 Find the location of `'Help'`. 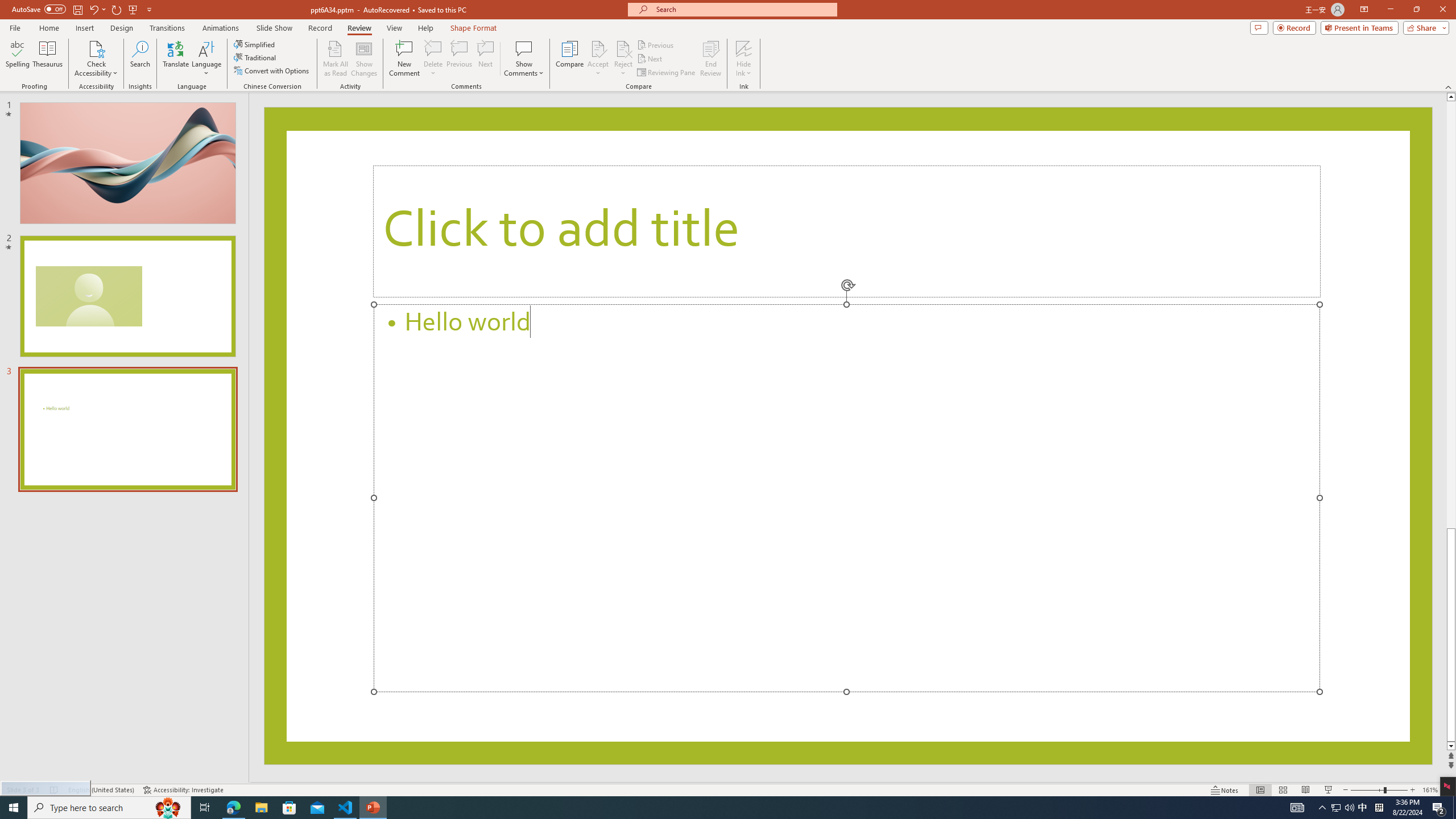

'Help' is located at coordinates (425, 28).